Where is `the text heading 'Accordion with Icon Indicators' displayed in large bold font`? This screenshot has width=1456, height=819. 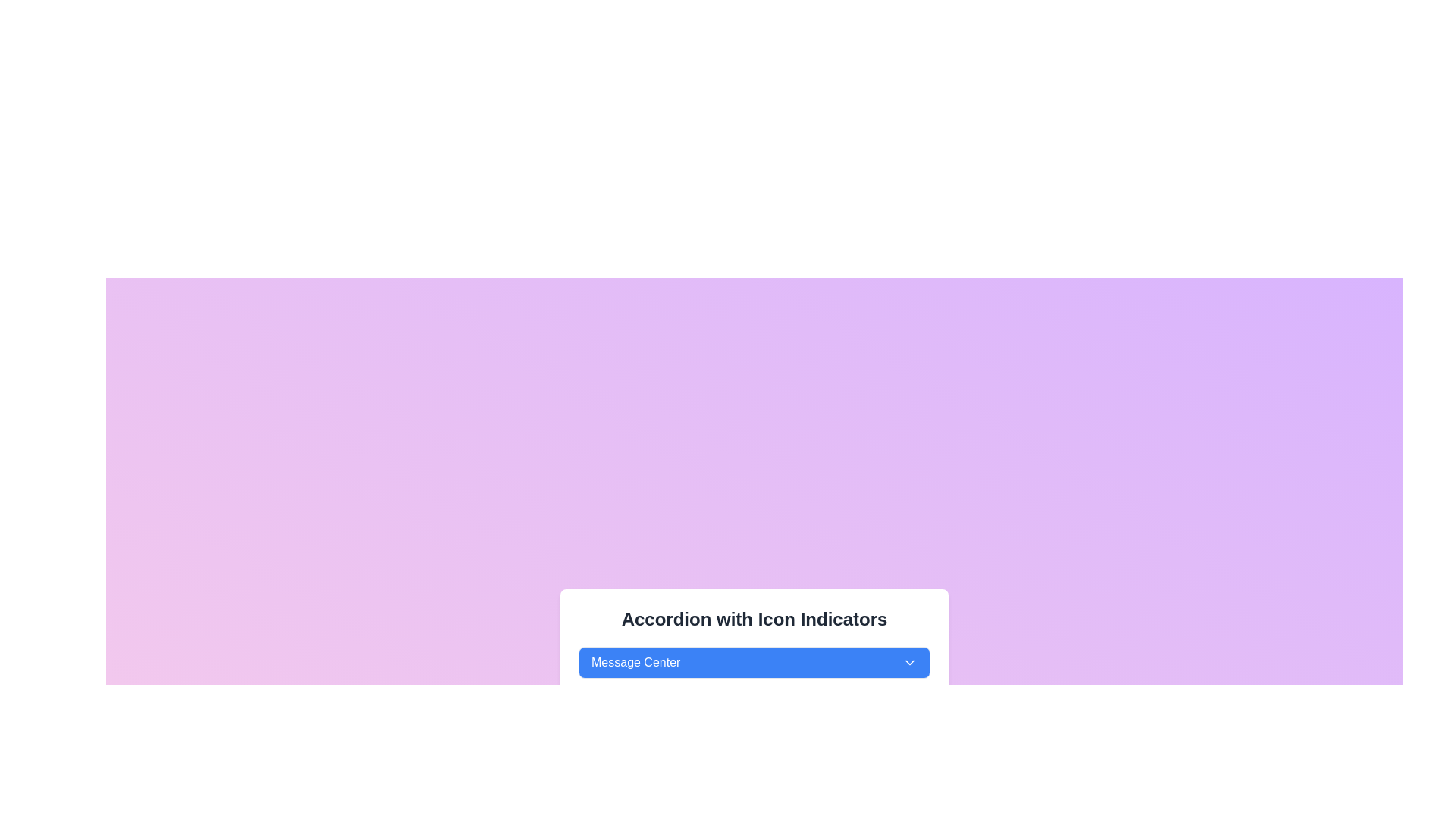 the text heading 'Accordion with Icon Indicators' displayed in large bold font is located at coordinates (754, 620).